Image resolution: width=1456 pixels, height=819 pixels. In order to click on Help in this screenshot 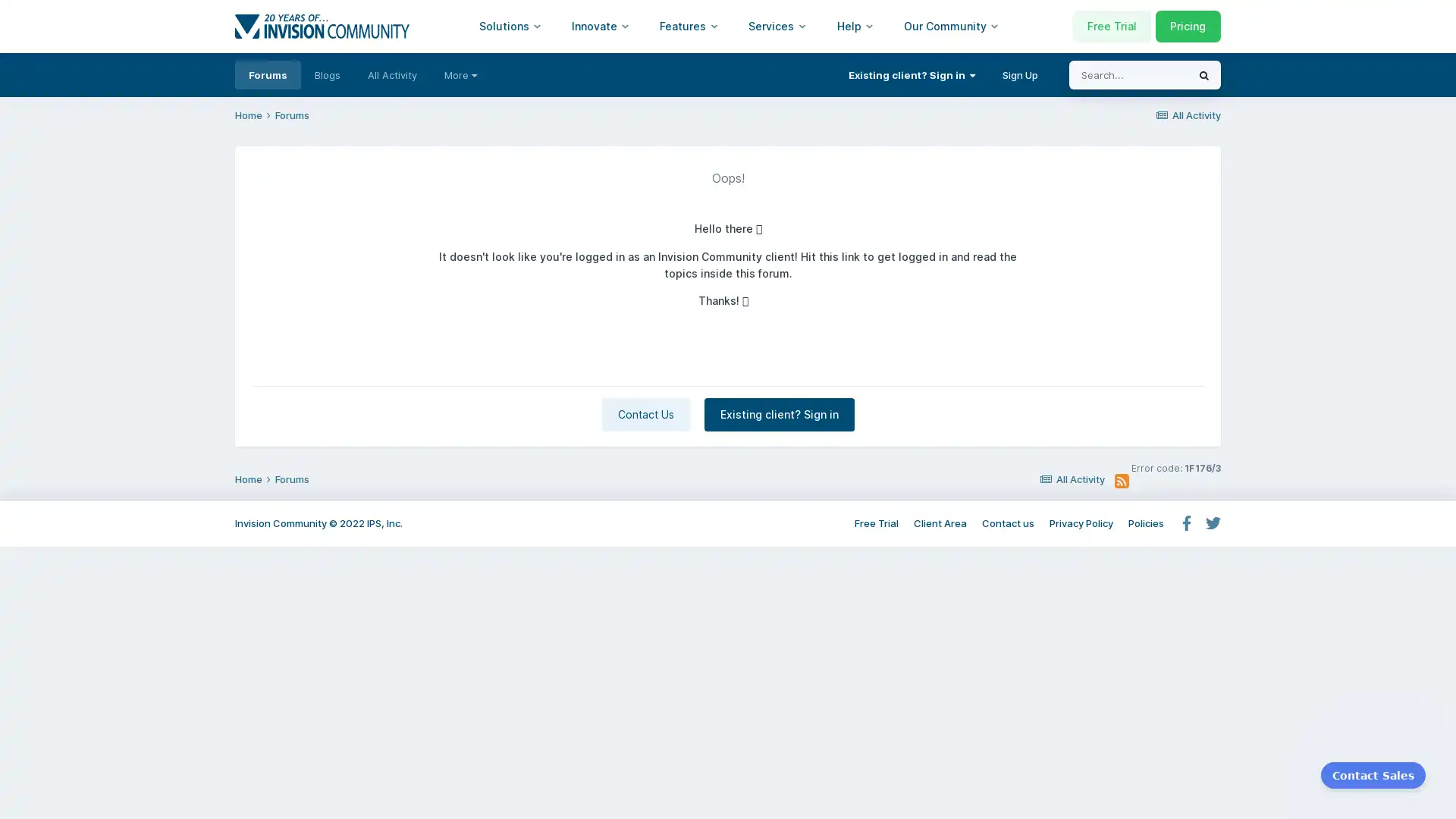, I will do `click(855, 26)`.